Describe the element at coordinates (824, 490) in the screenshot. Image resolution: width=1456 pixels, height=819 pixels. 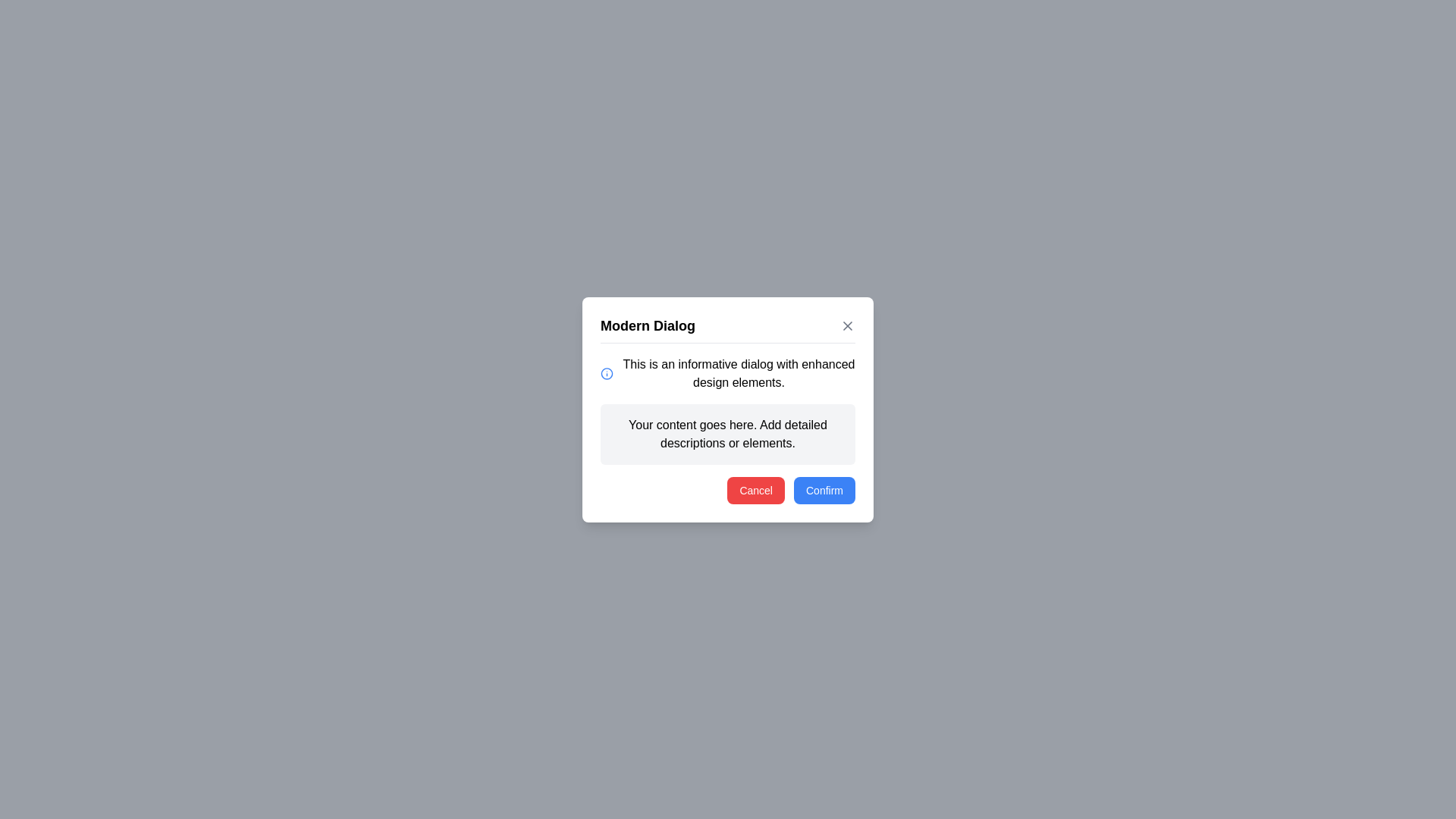
I see `the 'Confirm' button, which is a rectangular button with a blue background and white bold text, located at the bottom-right corner of the dialog box` at that location.